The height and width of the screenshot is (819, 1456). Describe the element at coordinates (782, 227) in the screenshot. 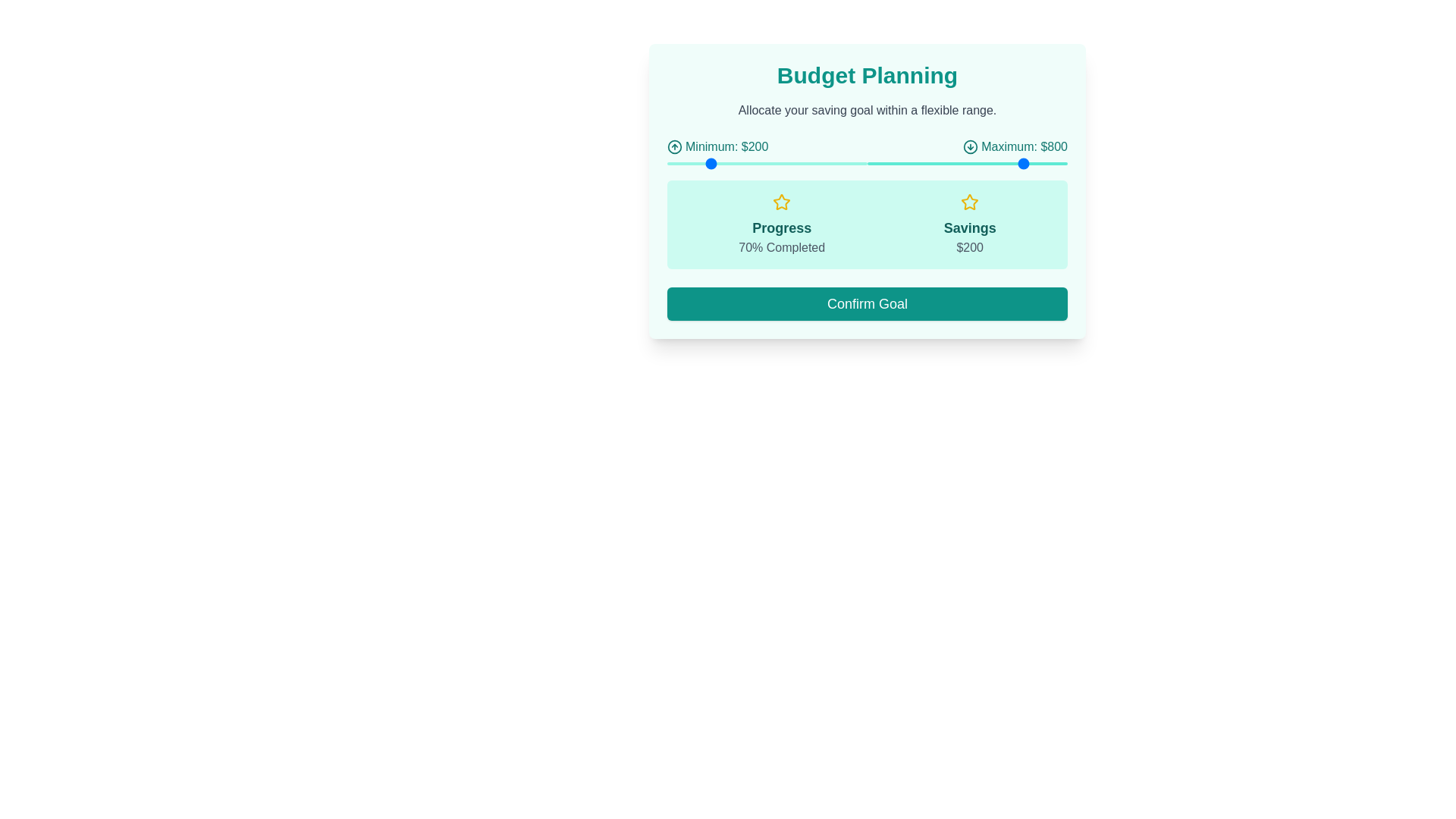

I see `the text label displaying 'Progress' in a bold, large-sized teal font, located in the light green section above the text '70% Completed'` at that location.